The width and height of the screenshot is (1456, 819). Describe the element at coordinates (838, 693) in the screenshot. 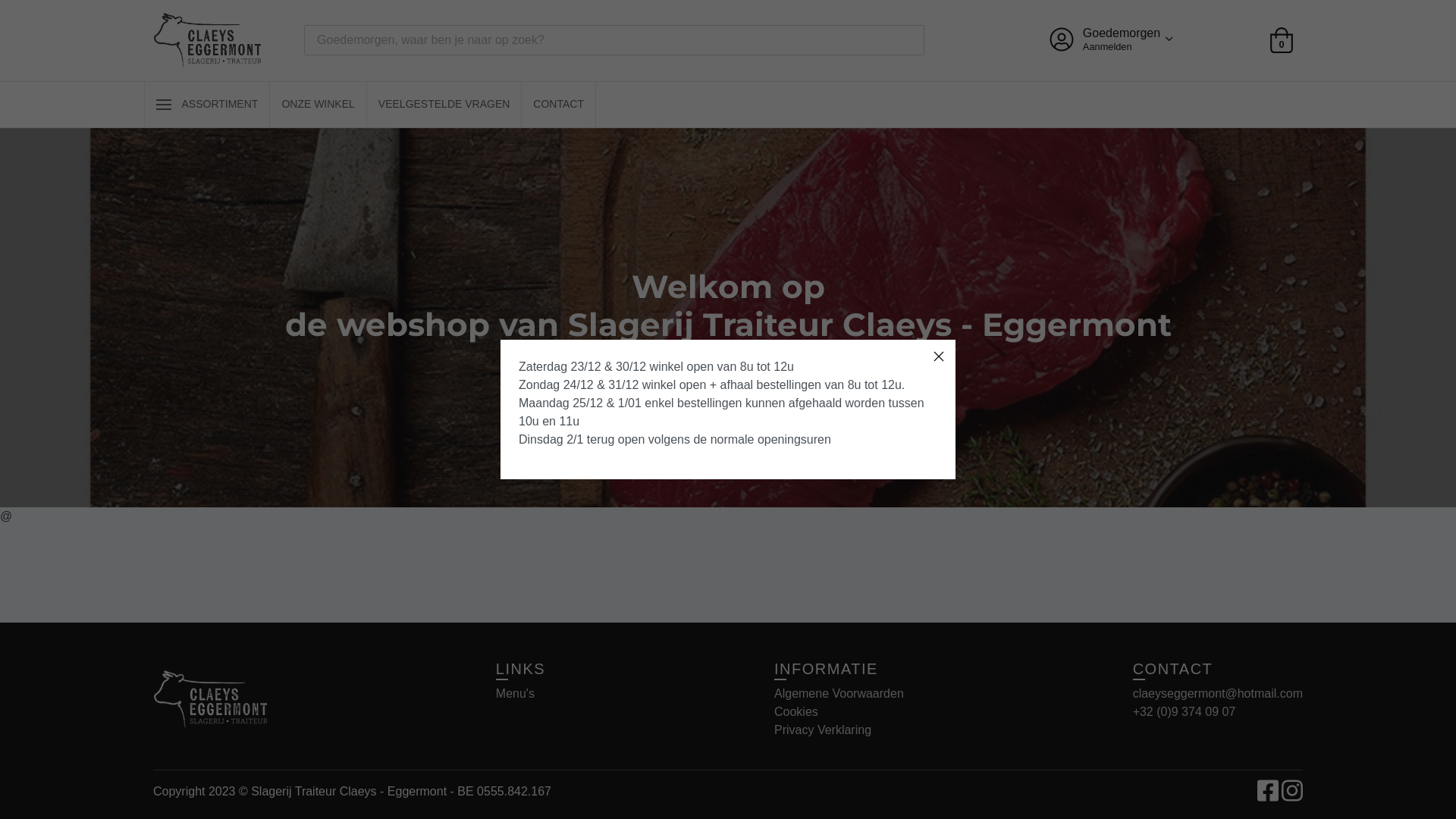

I see `'Algemene Voorwaarden'` at that location.